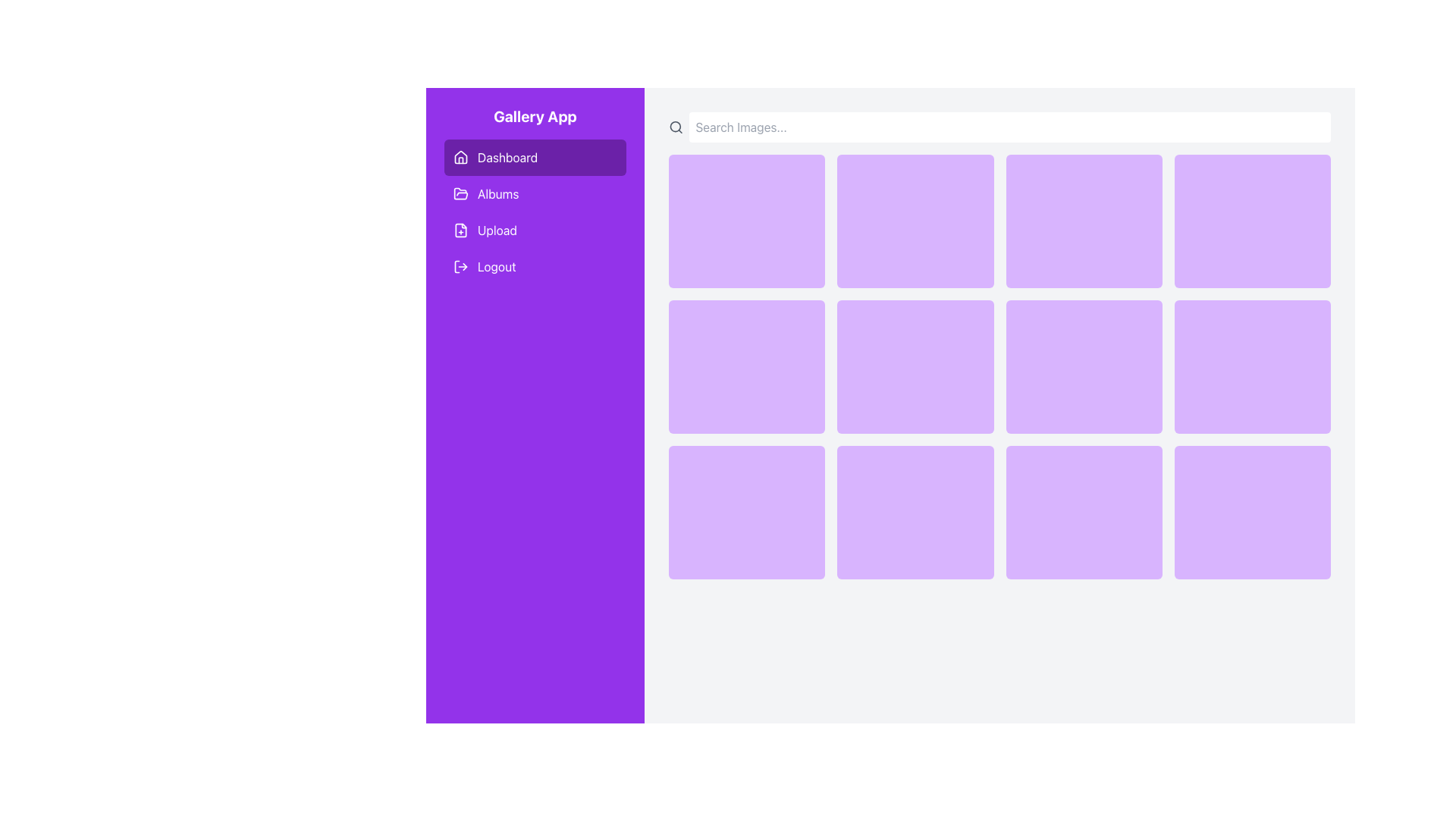 The image size is (1456, 819). I want to click on the visual tile located in the second column of the first row within the grid of purple tiles, so click(915, 221).